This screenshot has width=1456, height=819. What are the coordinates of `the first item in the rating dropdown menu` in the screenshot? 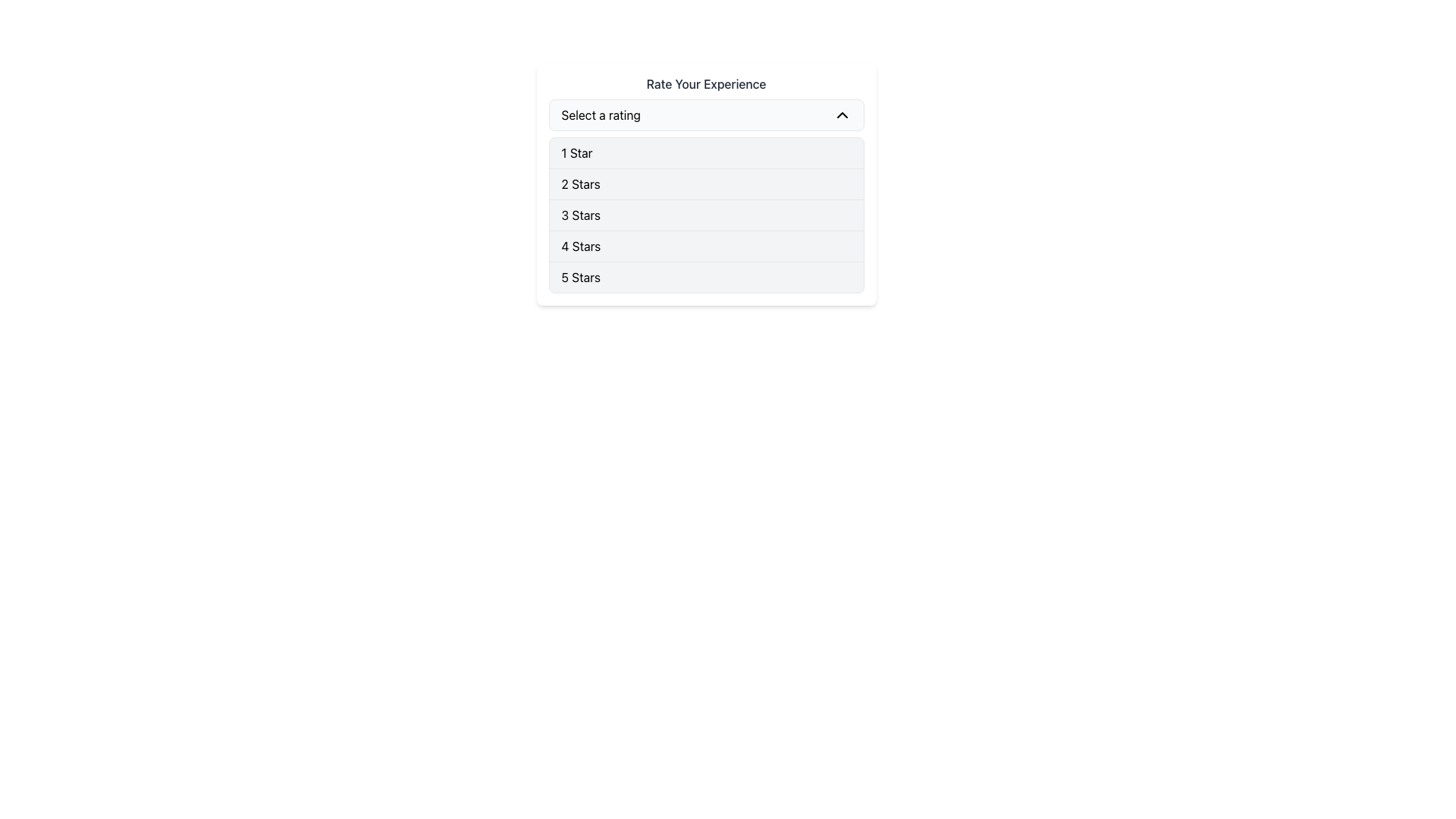 It's located at (705, 152).